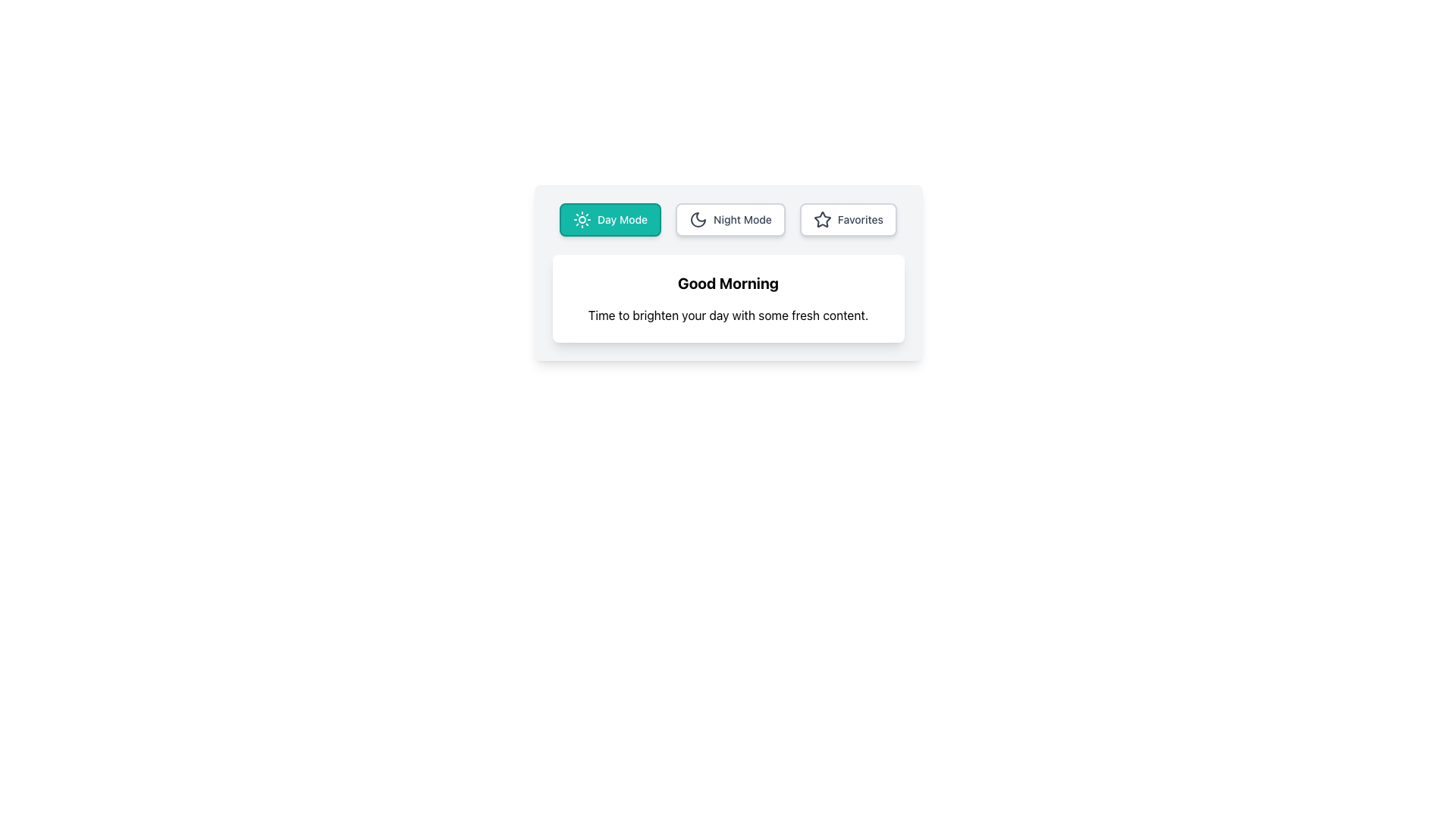 This screenshot has width=1456, height=819. I want to click on the star icon within the 'Favorites' button, which enhances the button's label visually and is located in the top-right corner of a horizontal menu containing 'Day Mode', 'Night Mode', and 'Favorites', so click(821, 219).